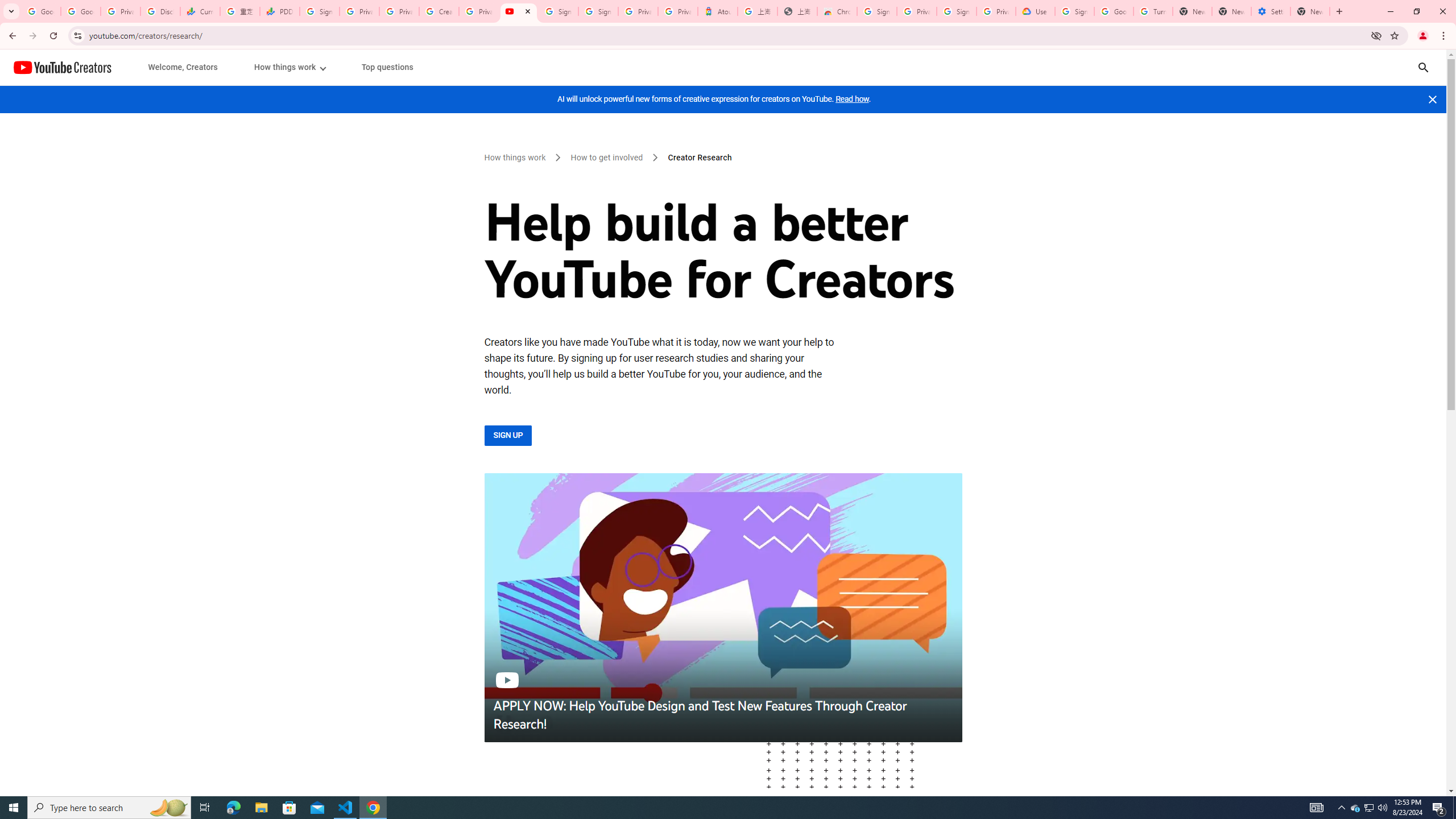  Describe the element at coordinates (387, 67) in the screenshot. I see `'Top questions'` at that location.